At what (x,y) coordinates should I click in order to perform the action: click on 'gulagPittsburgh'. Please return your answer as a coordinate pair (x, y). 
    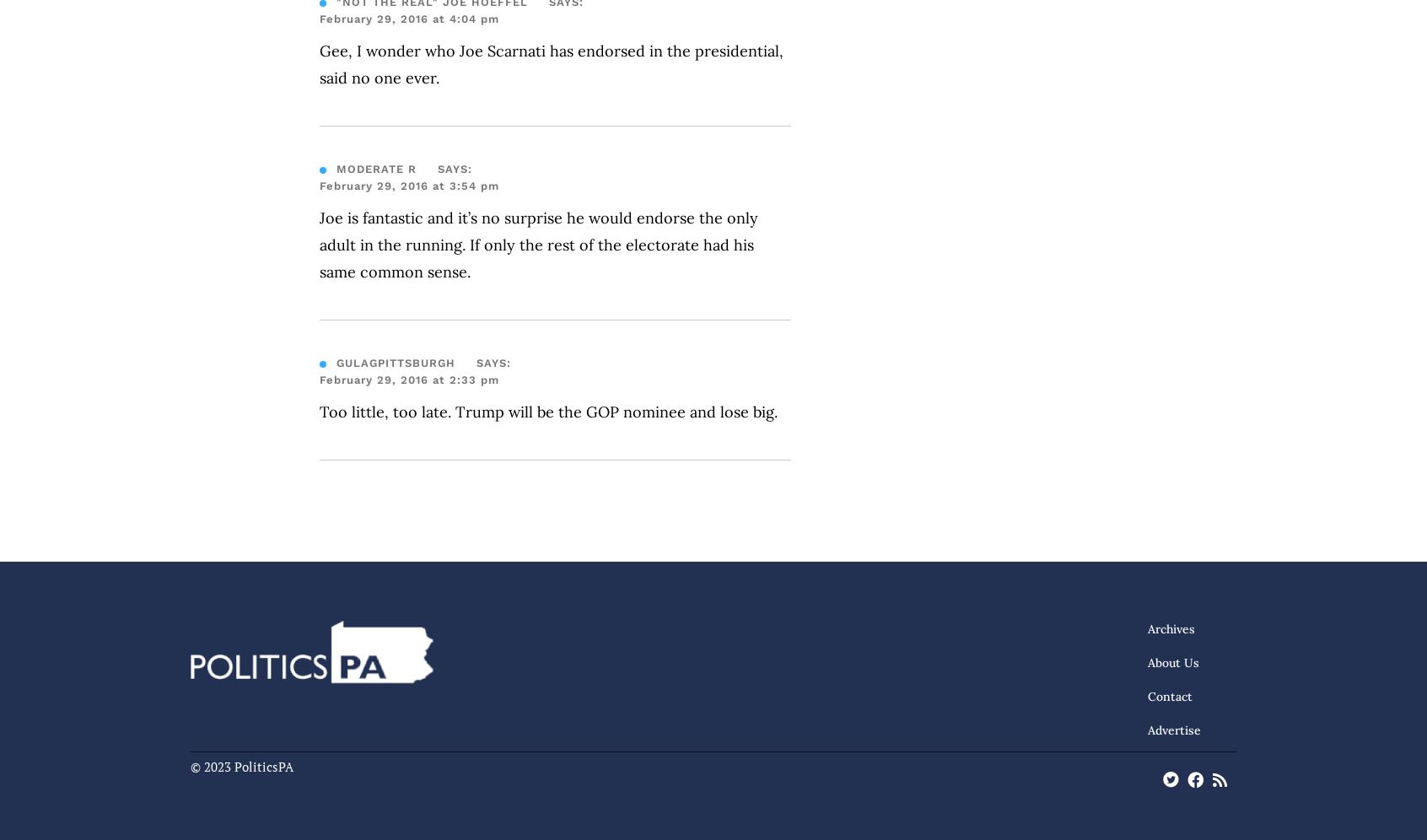
    Looking at the image, I should click on (336, 363).